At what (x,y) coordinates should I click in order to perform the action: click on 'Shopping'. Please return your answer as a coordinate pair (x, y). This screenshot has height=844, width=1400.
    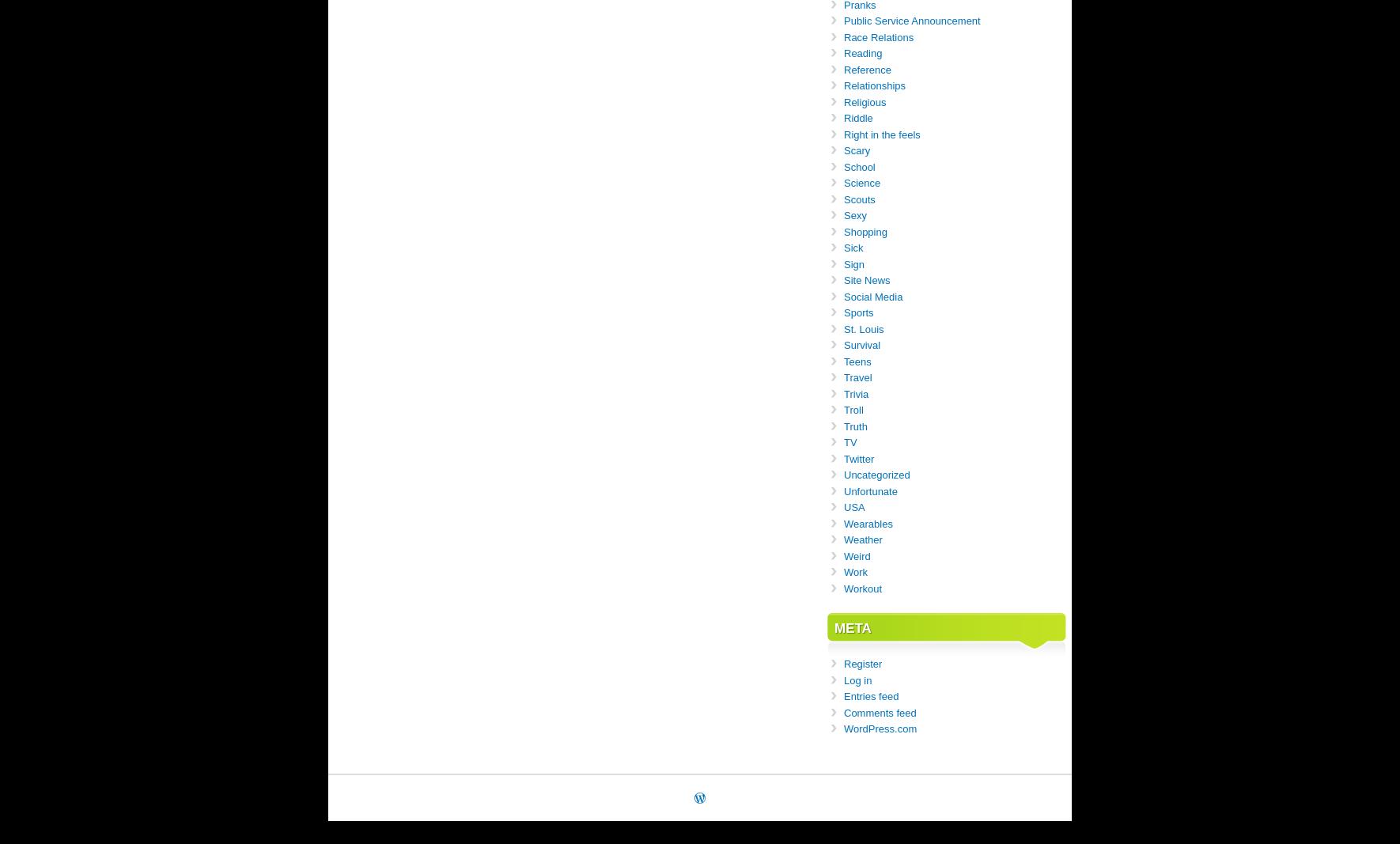
    Looking at the image, I should click on (865, 231).